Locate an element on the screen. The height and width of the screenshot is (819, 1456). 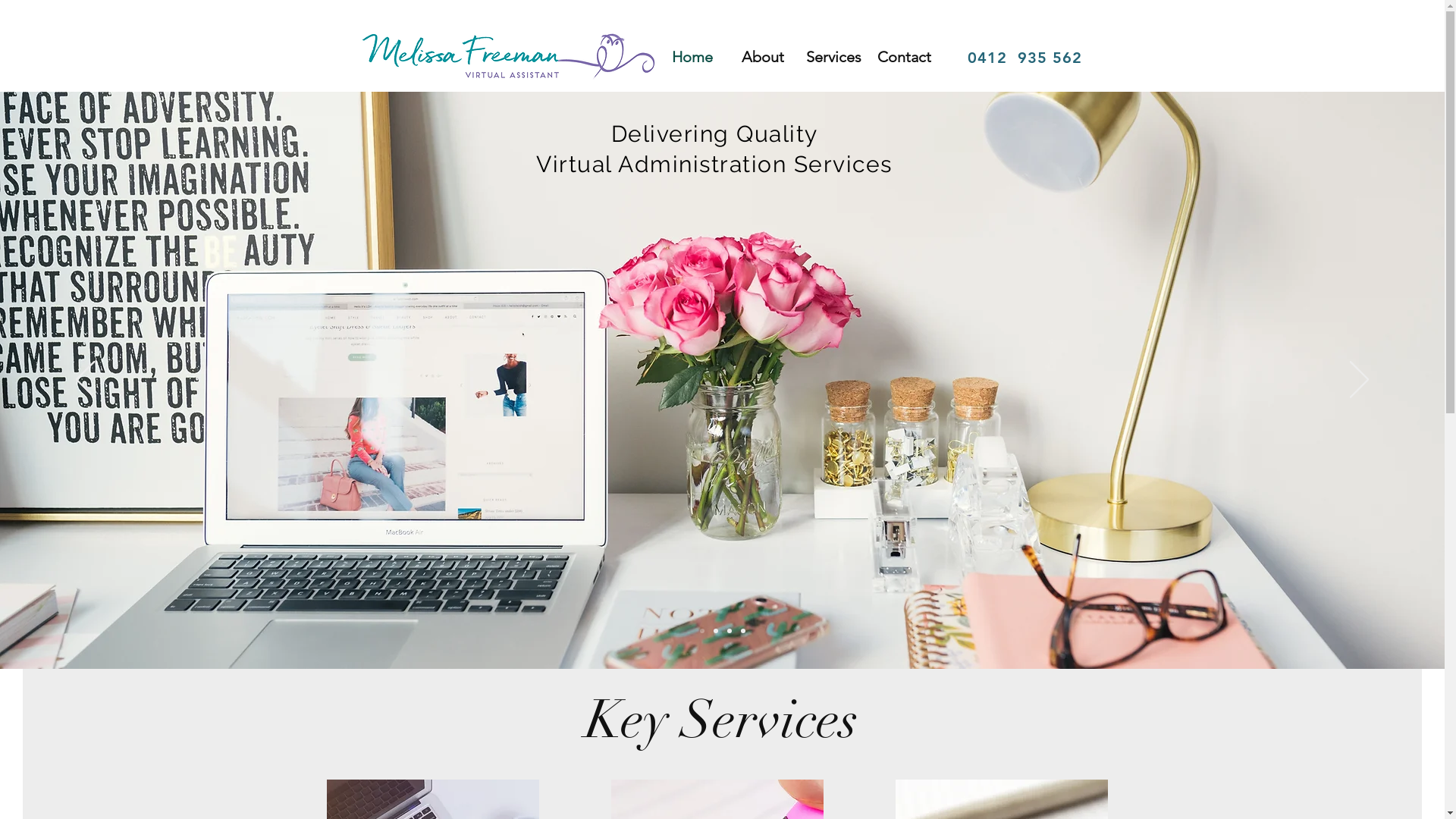
'Contact' is located at coordinates (904, 56).